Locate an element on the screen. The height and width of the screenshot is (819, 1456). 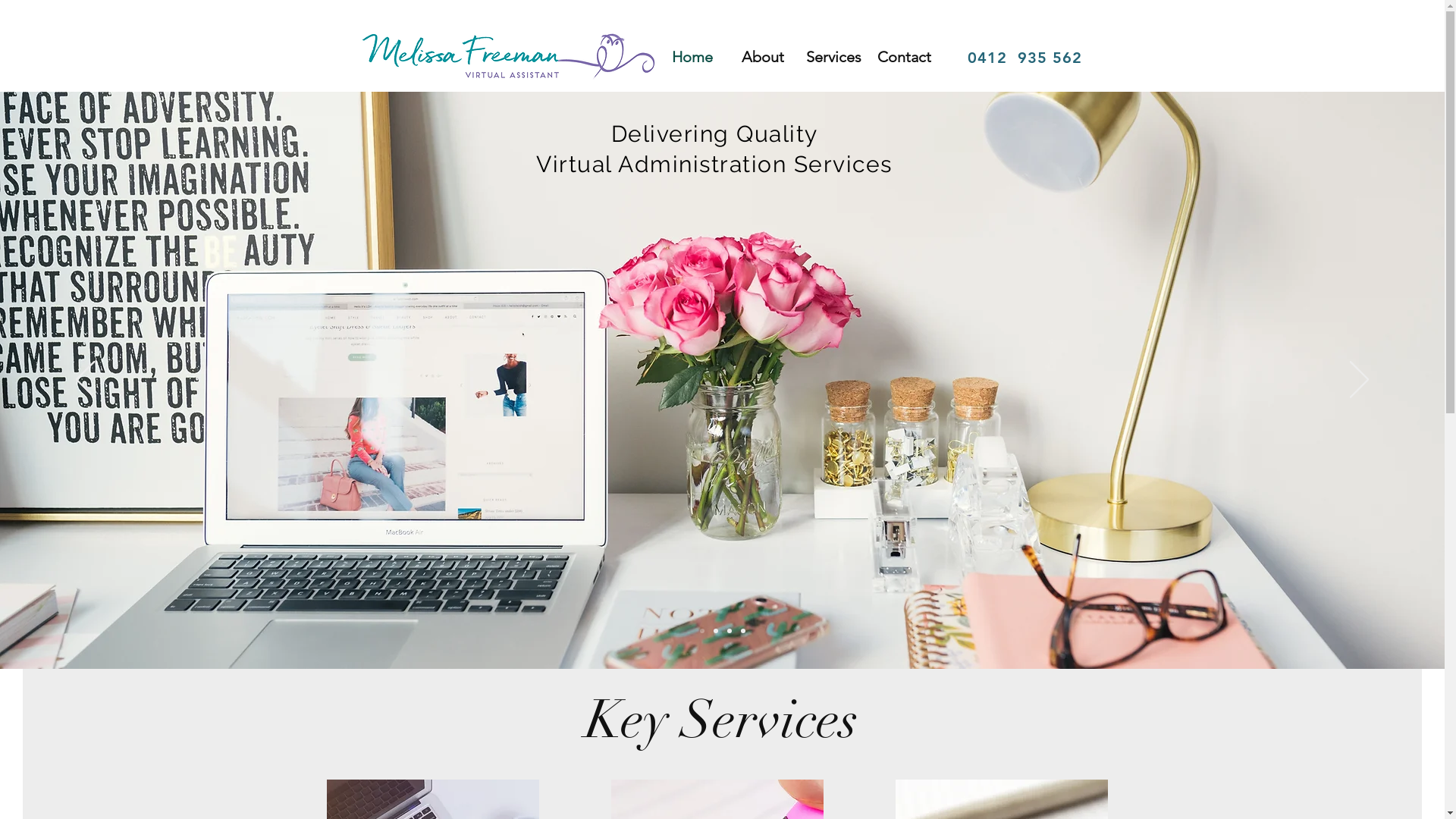
'Contact' is located at coordinates (904, 56).